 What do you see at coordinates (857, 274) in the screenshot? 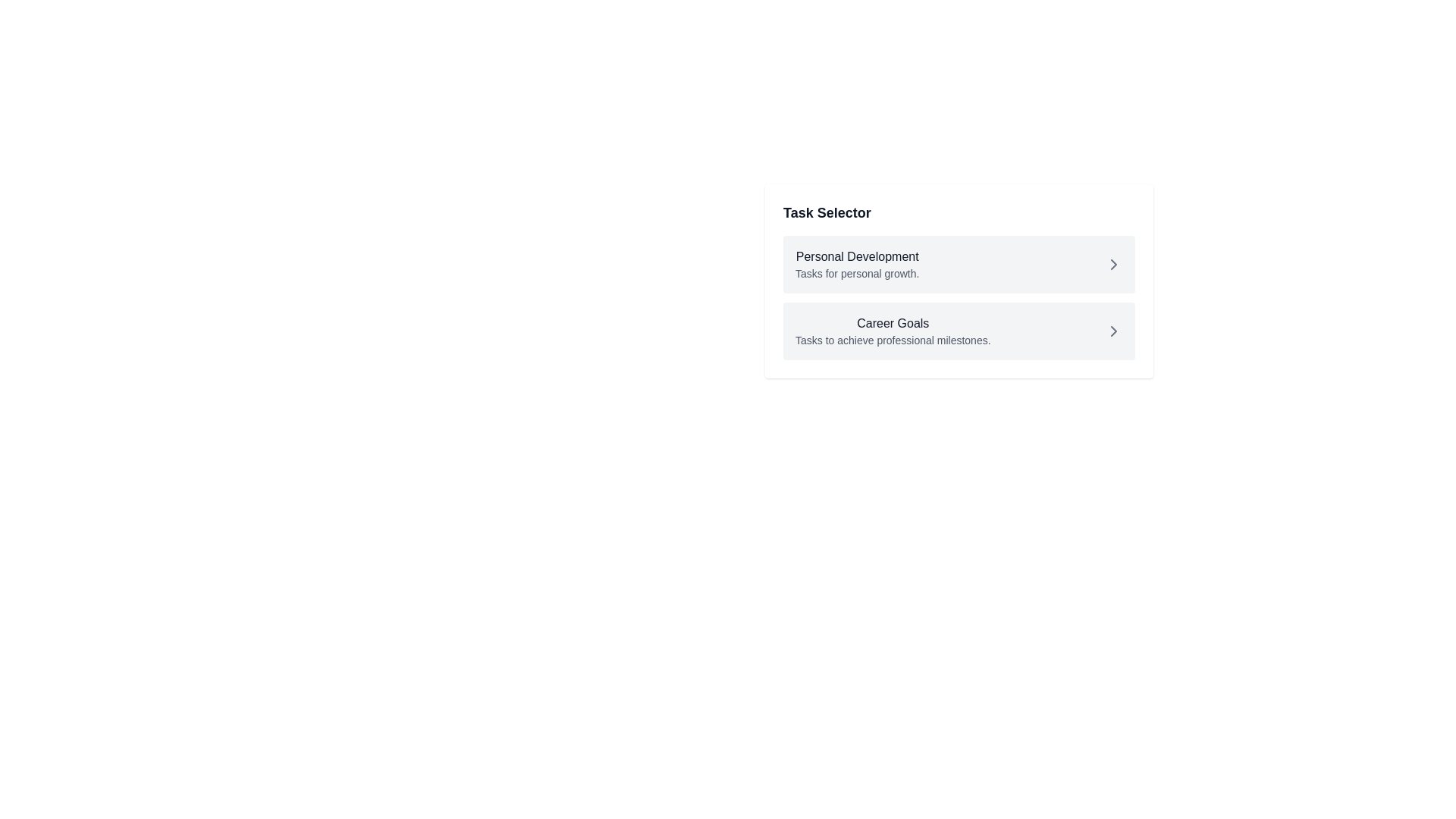
I see `the text label that provides additional context for the title 'Personal Development,' located directly below it in the 'Task Selector' section` at bounding box center [857, 274].